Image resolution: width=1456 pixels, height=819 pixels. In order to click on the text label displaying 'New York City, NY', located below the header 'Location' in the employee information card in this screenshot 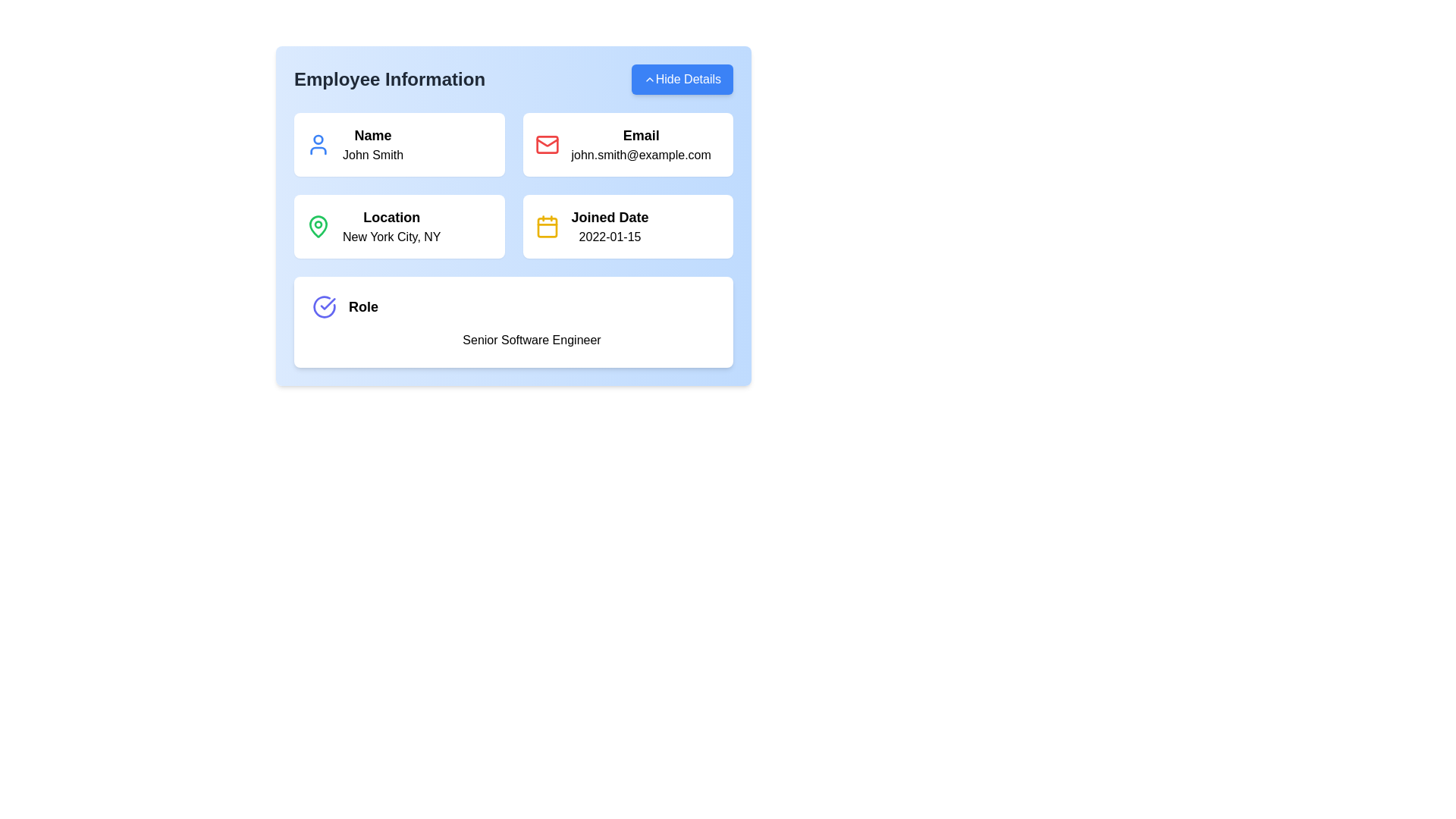, I will do `click(391, 237)`.